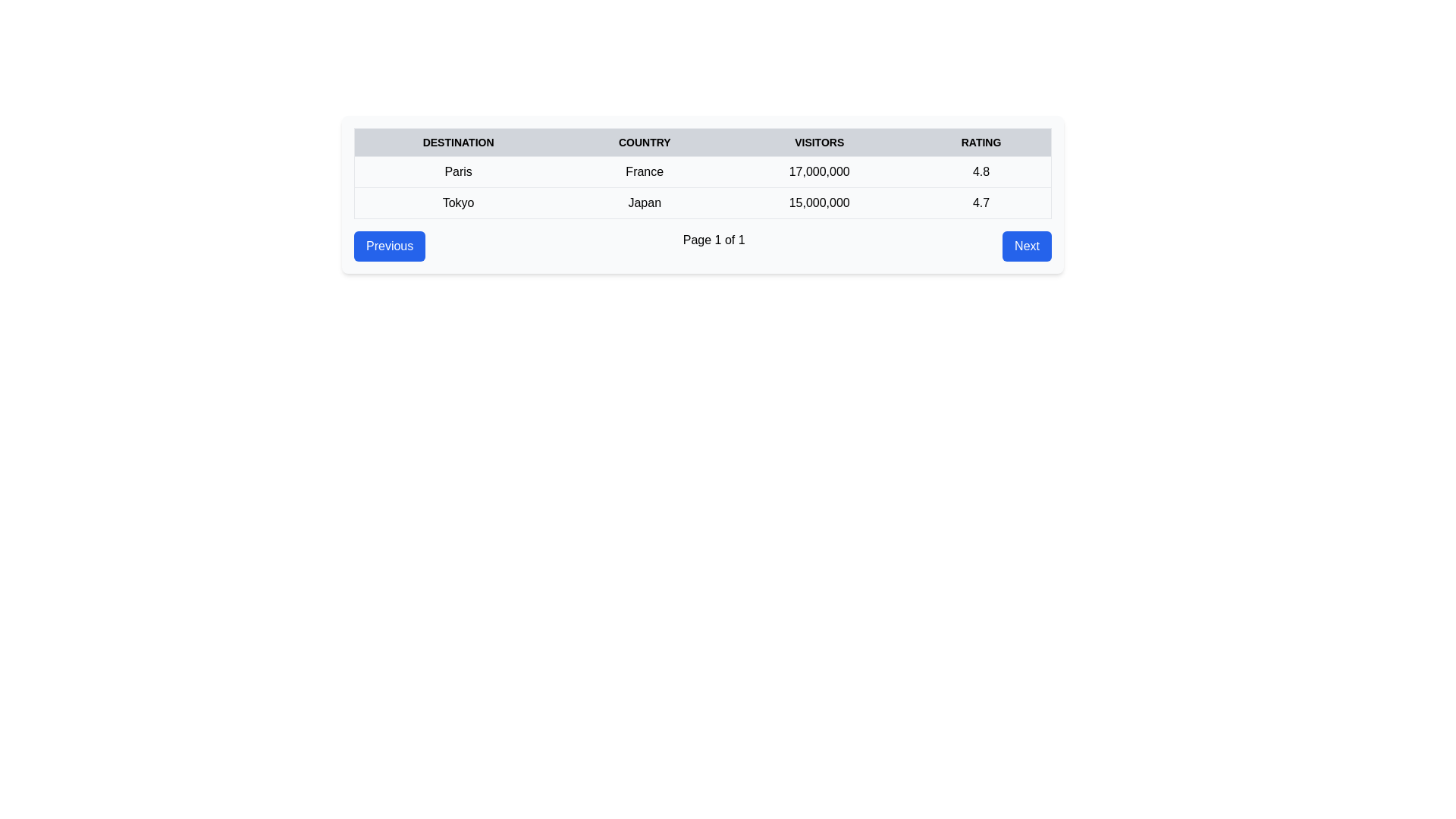 The image size is (1456, 819). Describe the element at coordinates (981, 171) in the screenshot. I see `the text display showing the rating value '4.8' in black text, located in the last column of the first row for 'Paris, France, 17,000,000 visitors'` at that location.